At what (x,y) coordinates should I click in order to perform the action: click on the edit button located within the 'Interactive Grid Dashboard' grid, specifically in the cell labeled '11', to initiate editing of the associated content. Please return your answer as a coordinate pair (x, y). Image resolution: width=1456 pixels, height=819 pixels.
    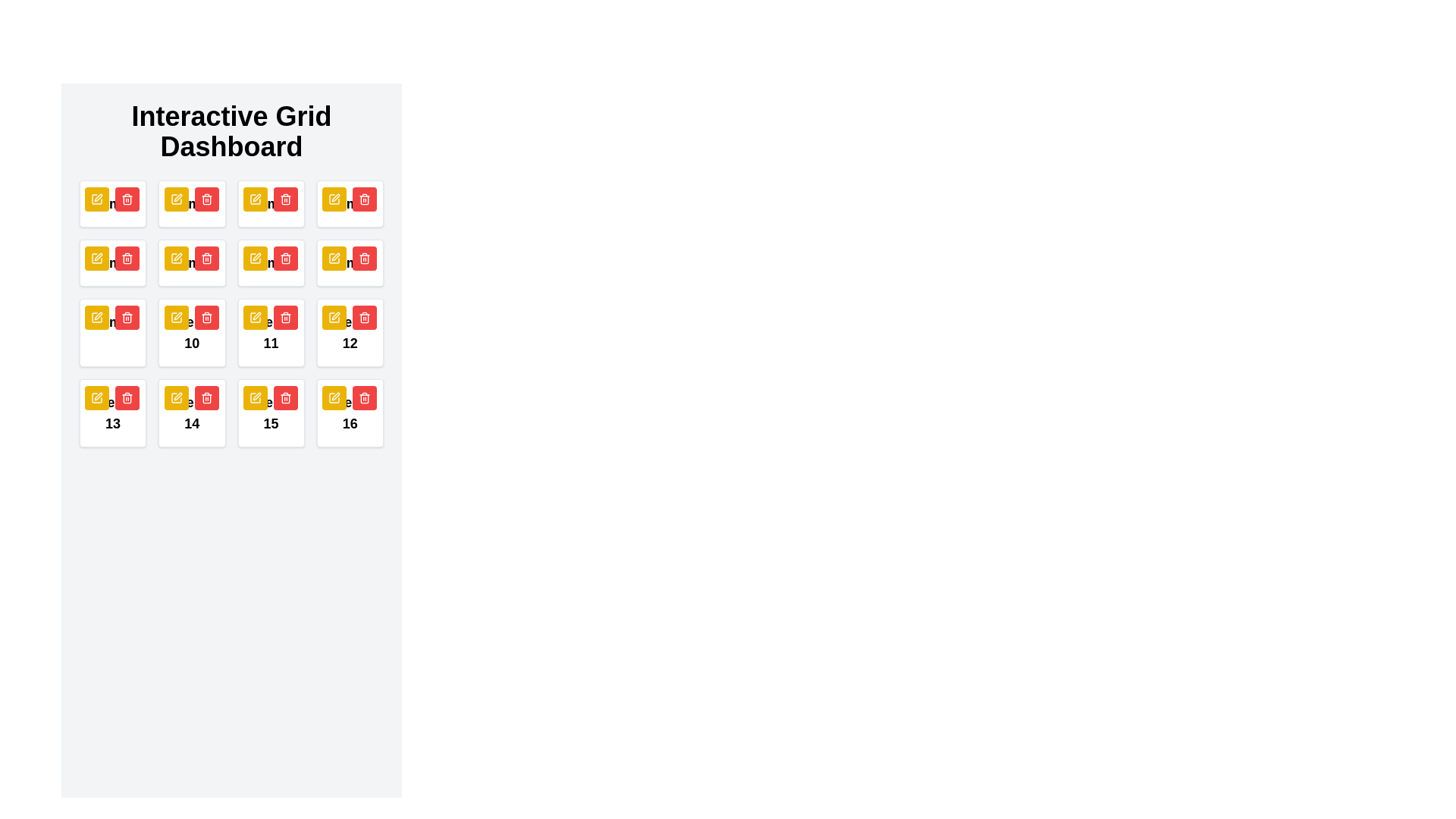
    Looking at the image, I should click on (255, 317).